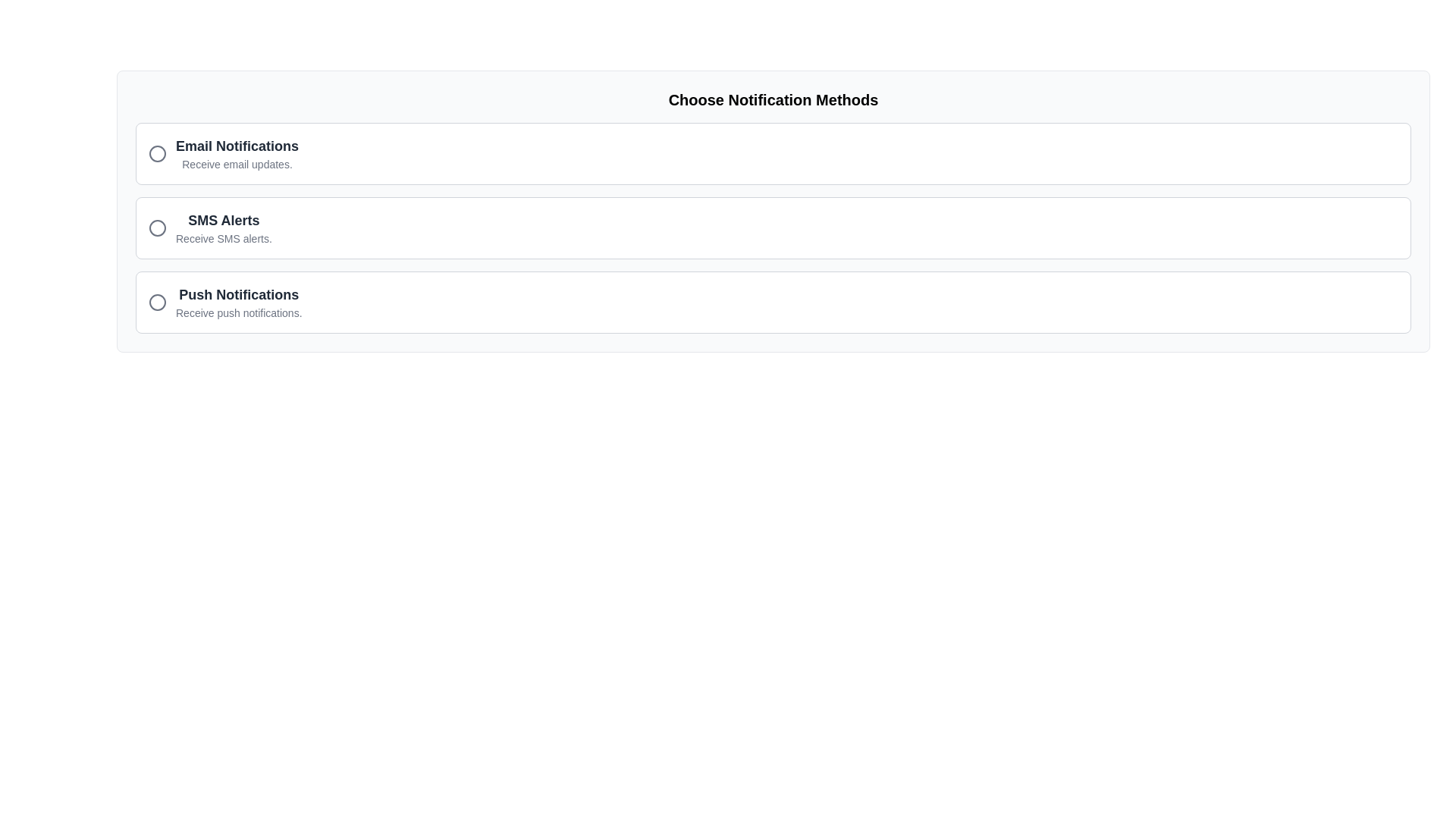  Describe the element at coordinates (236, 164) in the screenshot. I see `the text element that reads 'Receive email updates.' styled in a small, light gray font, located beneath the 'Email Notifications' title` at that location.